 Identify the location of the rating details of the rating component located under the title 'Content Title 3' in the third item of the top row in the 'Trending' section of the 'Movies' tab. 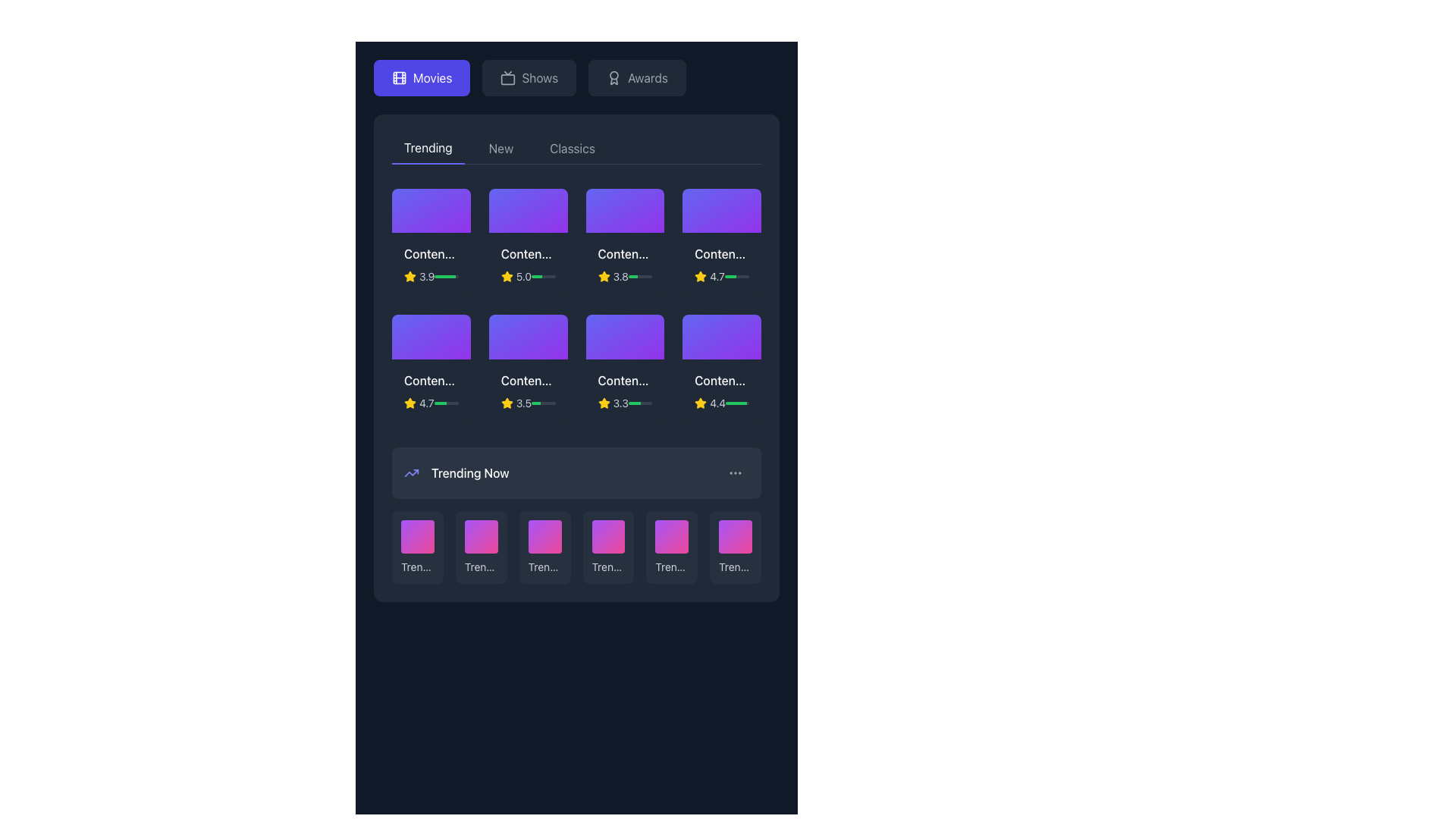
(625, 277).